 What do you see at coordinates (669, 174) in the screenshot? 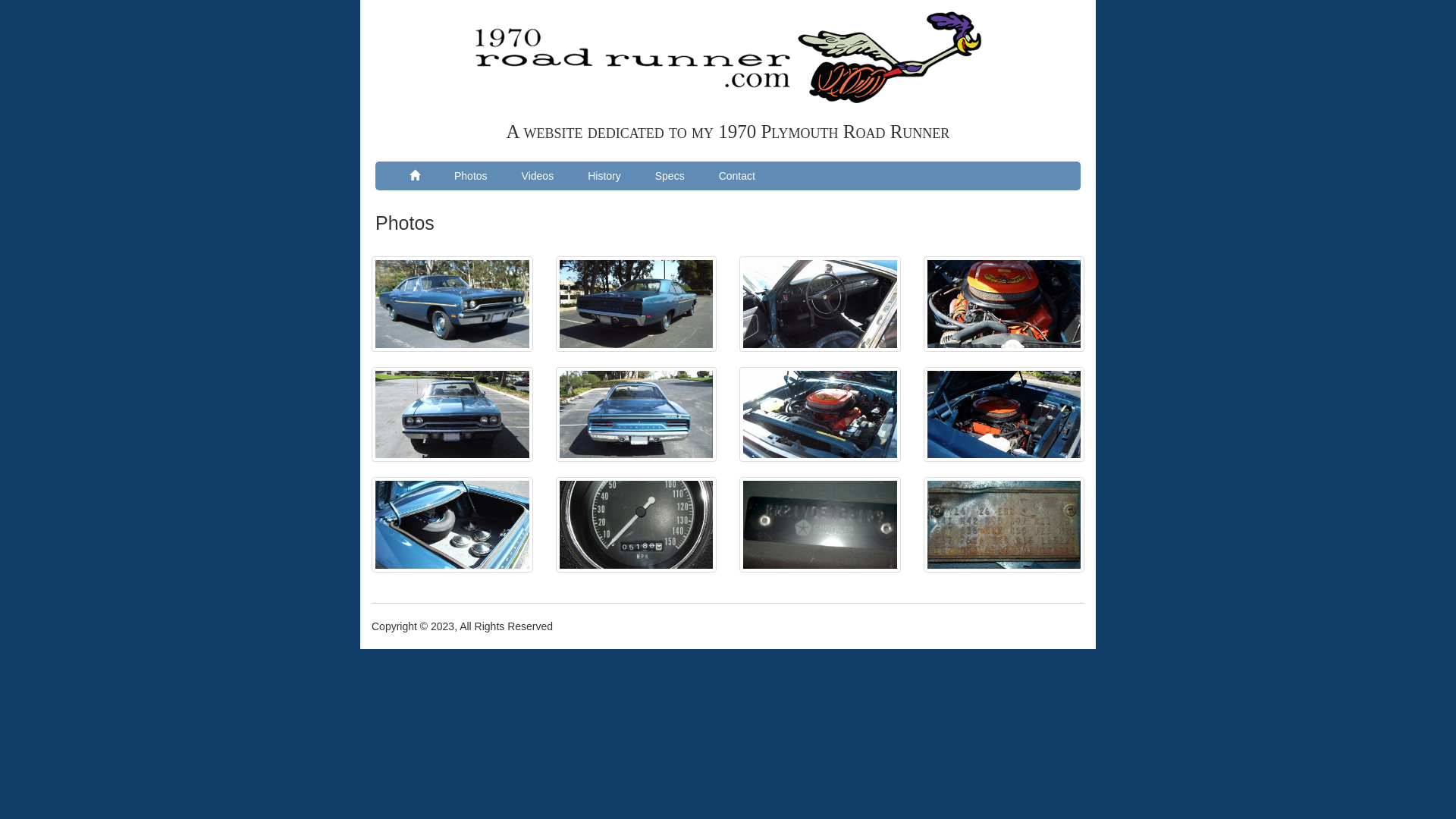
I see `'Specs'` at bounding box center [669, 174].